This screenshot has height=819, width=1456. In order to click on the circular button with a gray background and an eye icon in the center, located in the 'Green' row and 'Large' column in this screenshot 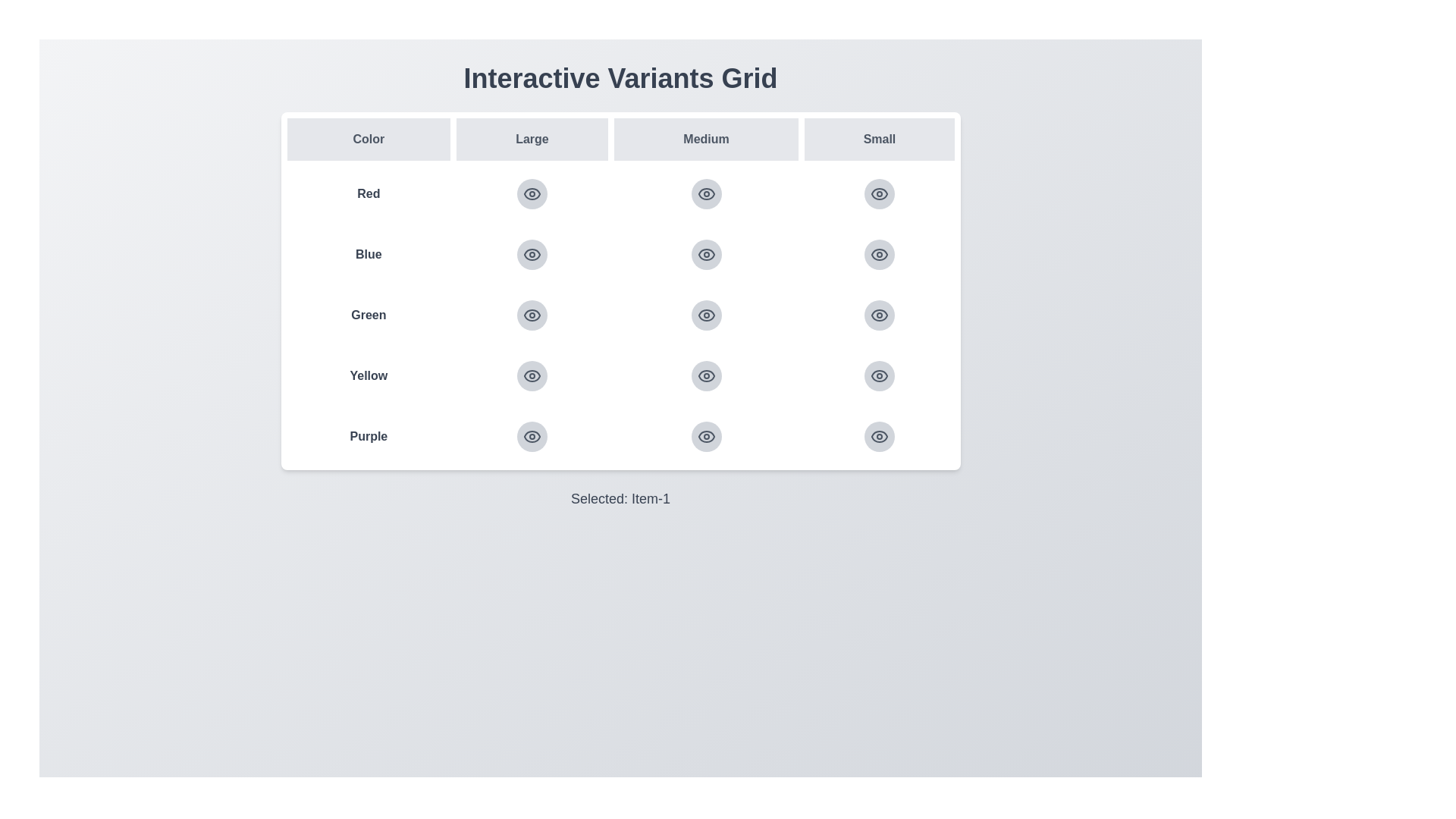, I will do `click(532, 315)`.